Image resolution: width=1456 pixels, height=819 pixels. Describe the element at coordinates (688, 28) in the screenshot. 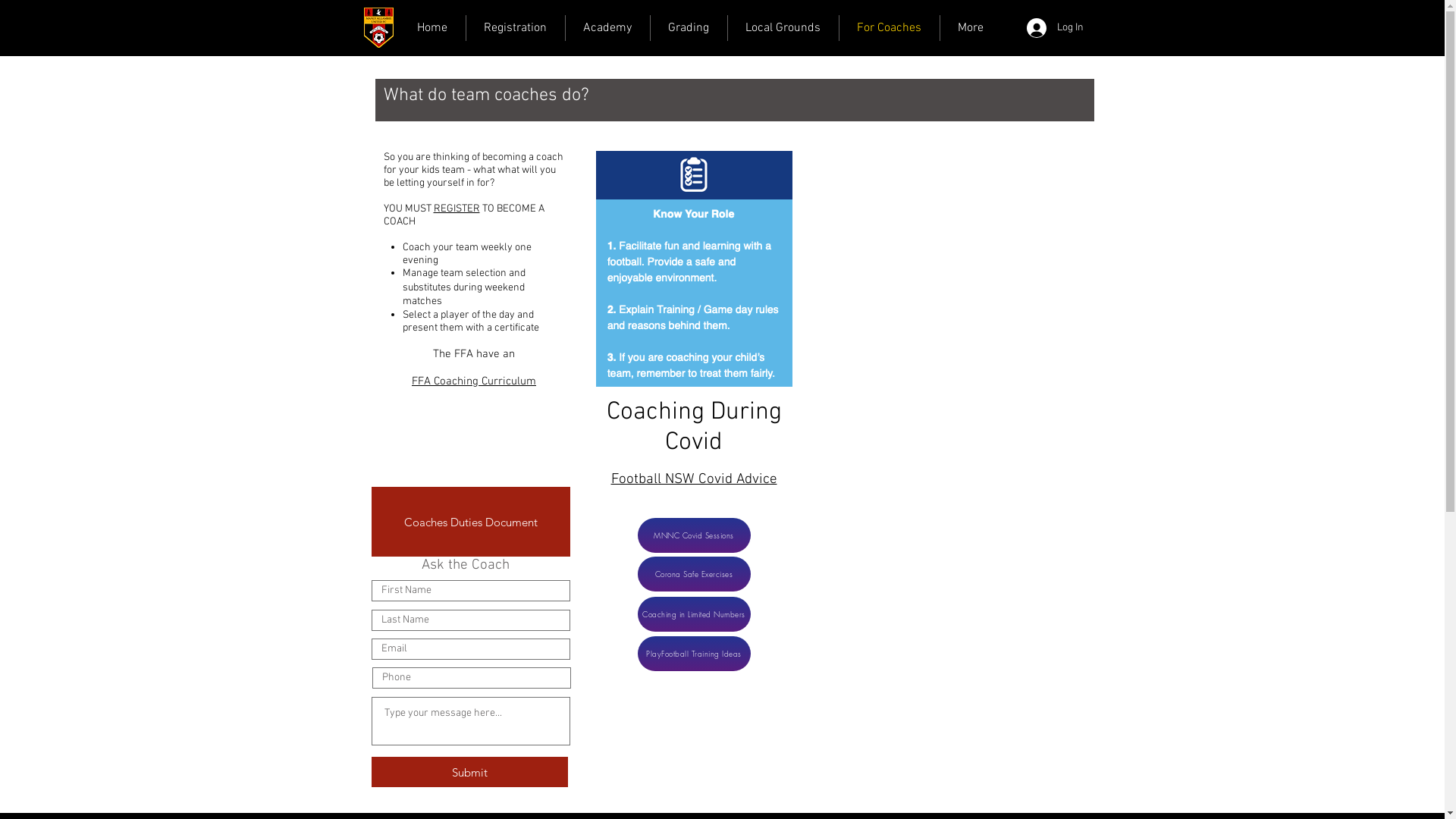

I see `'Grading'` at that location.